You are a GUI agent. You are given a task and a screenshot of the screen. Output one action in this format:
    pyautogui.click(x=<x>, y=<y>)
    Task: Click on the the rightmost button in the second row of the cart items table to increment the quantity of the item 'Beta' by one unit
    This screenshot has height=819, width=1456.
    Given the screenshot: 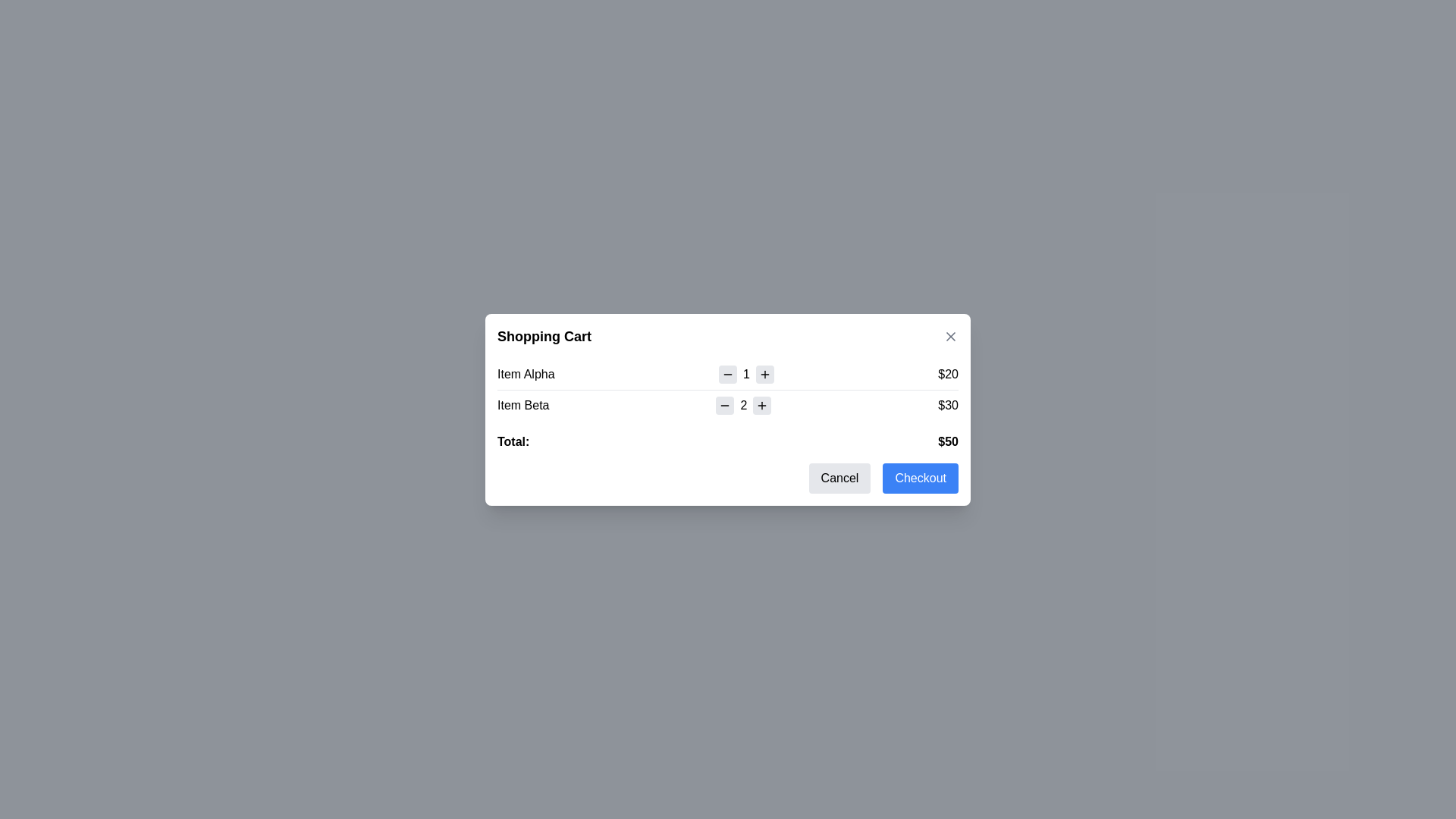 What is the action you would take?
    pyautogui.click(x=762, y=404)
    